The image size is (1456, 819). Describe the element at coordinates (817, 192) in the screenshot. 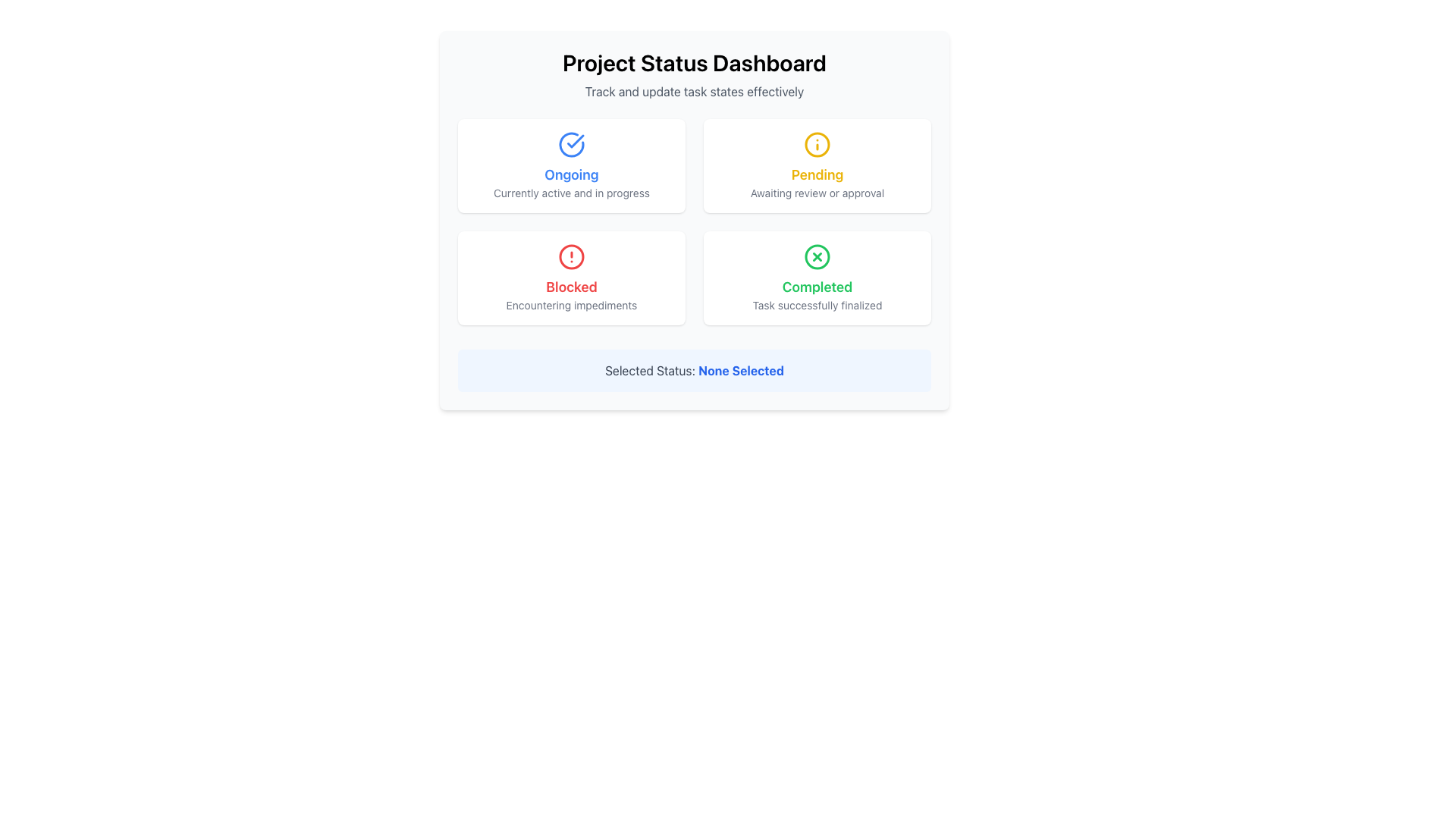

I see `the descriptive text label providing additional information about the 'Pending' status, located within the second card in the grid of four cards on the main dashboard, positioned directly below the headline 'Pending'` at that location.